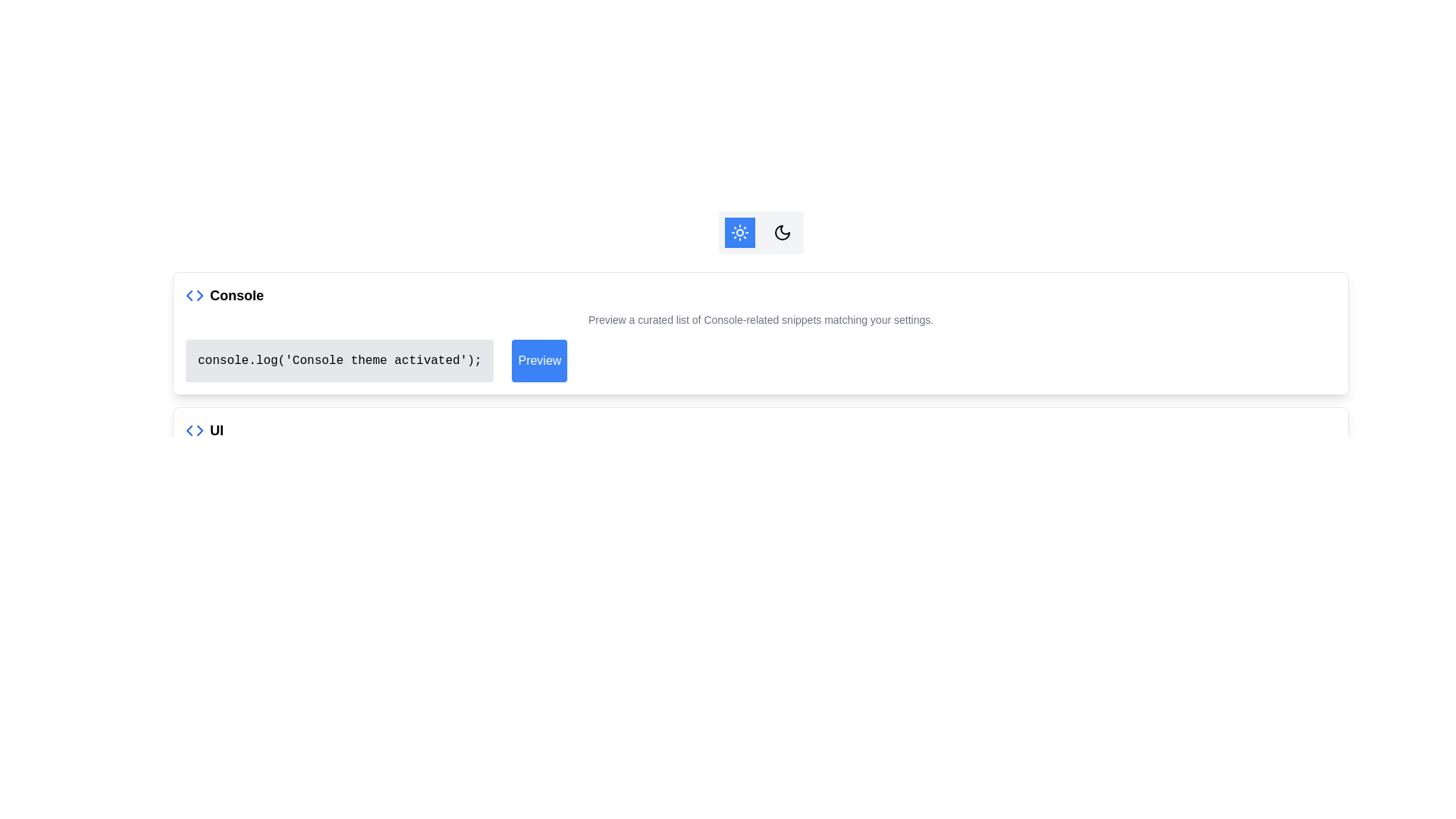  What do you see at coordinates (782, 233) in the screenshot?
I see `the moon icon button located in the top-center section of the interface` at bounding box center [782, 233].